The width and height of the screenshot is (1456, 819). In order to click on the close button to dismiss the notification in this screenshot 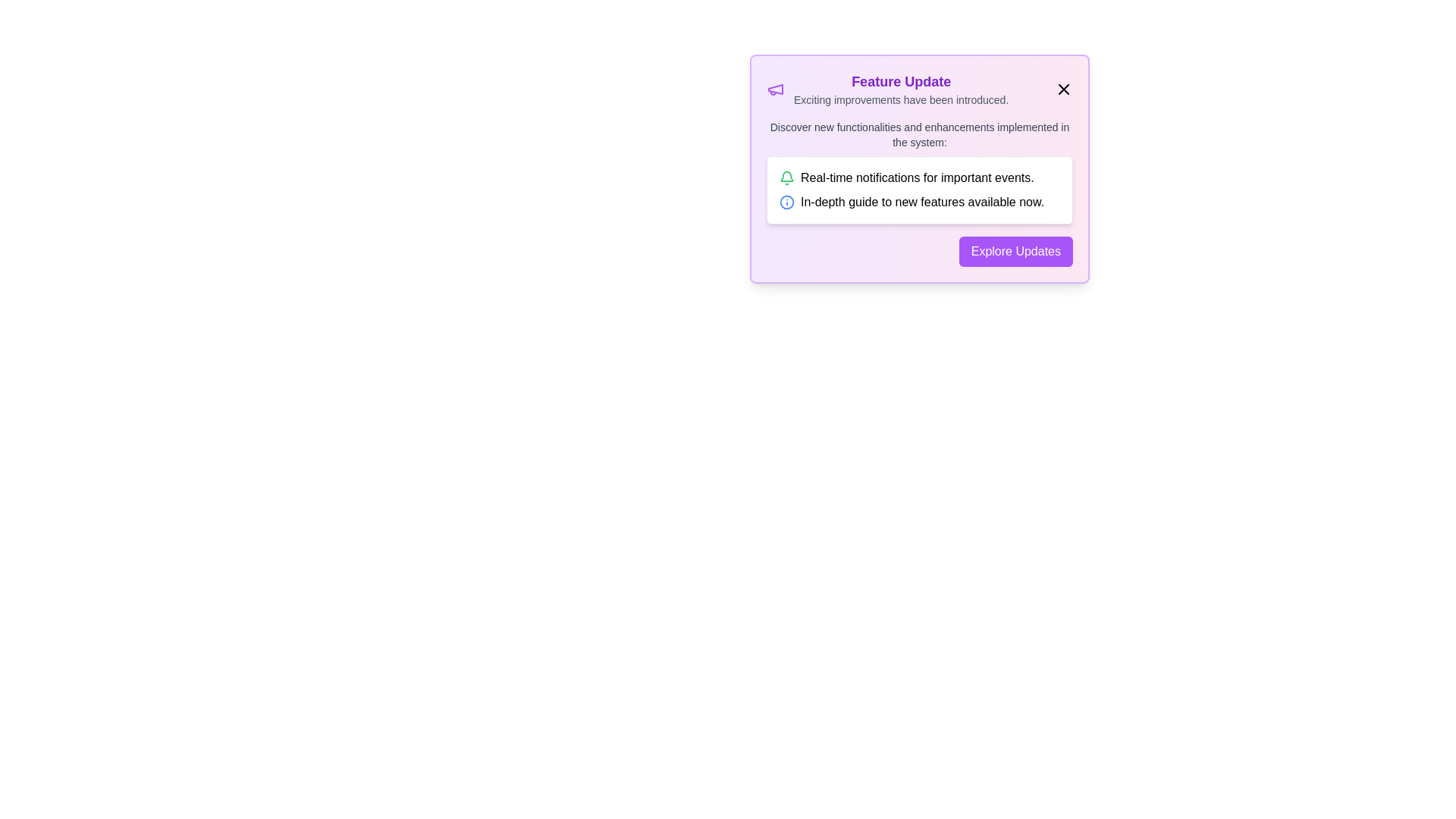, I will do `click(1062, 89)`.